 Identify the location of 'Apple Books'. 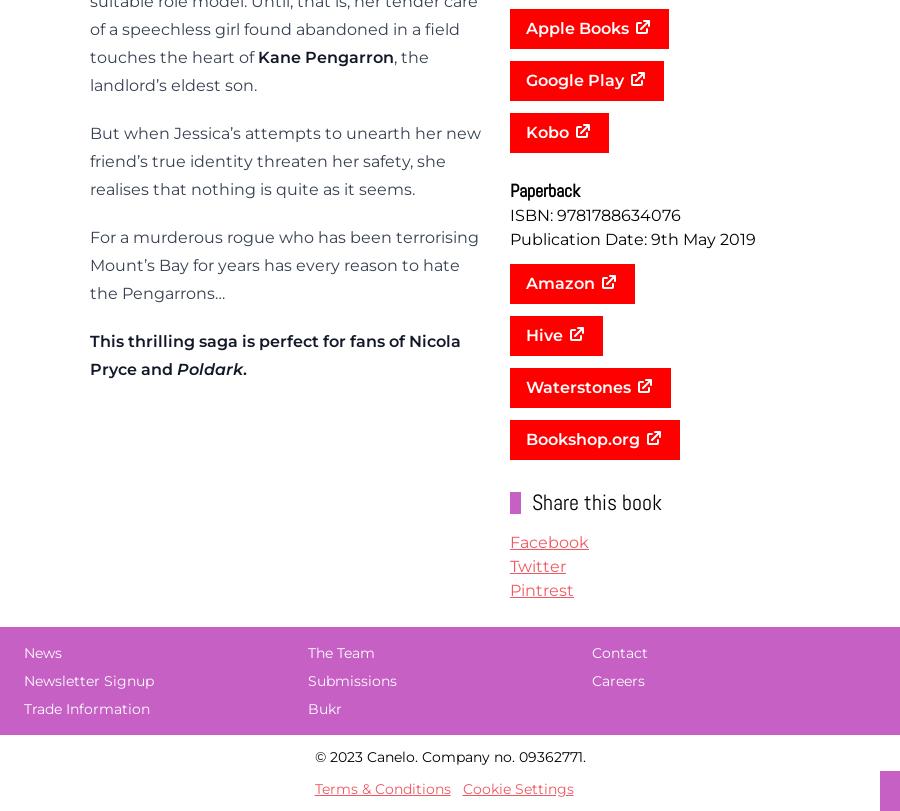
(577, 28).